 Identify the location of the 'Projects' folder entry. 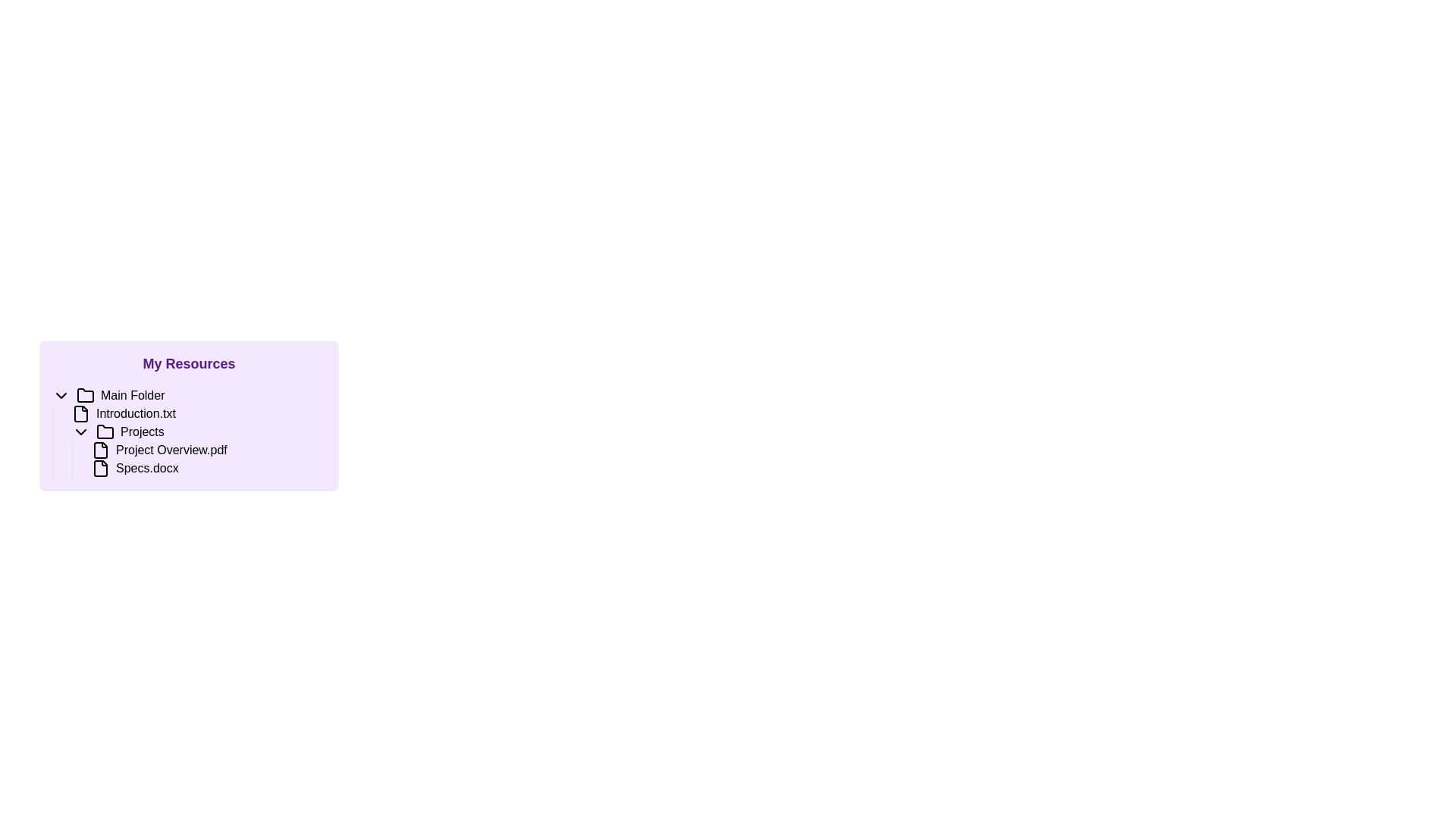
(188, 432).